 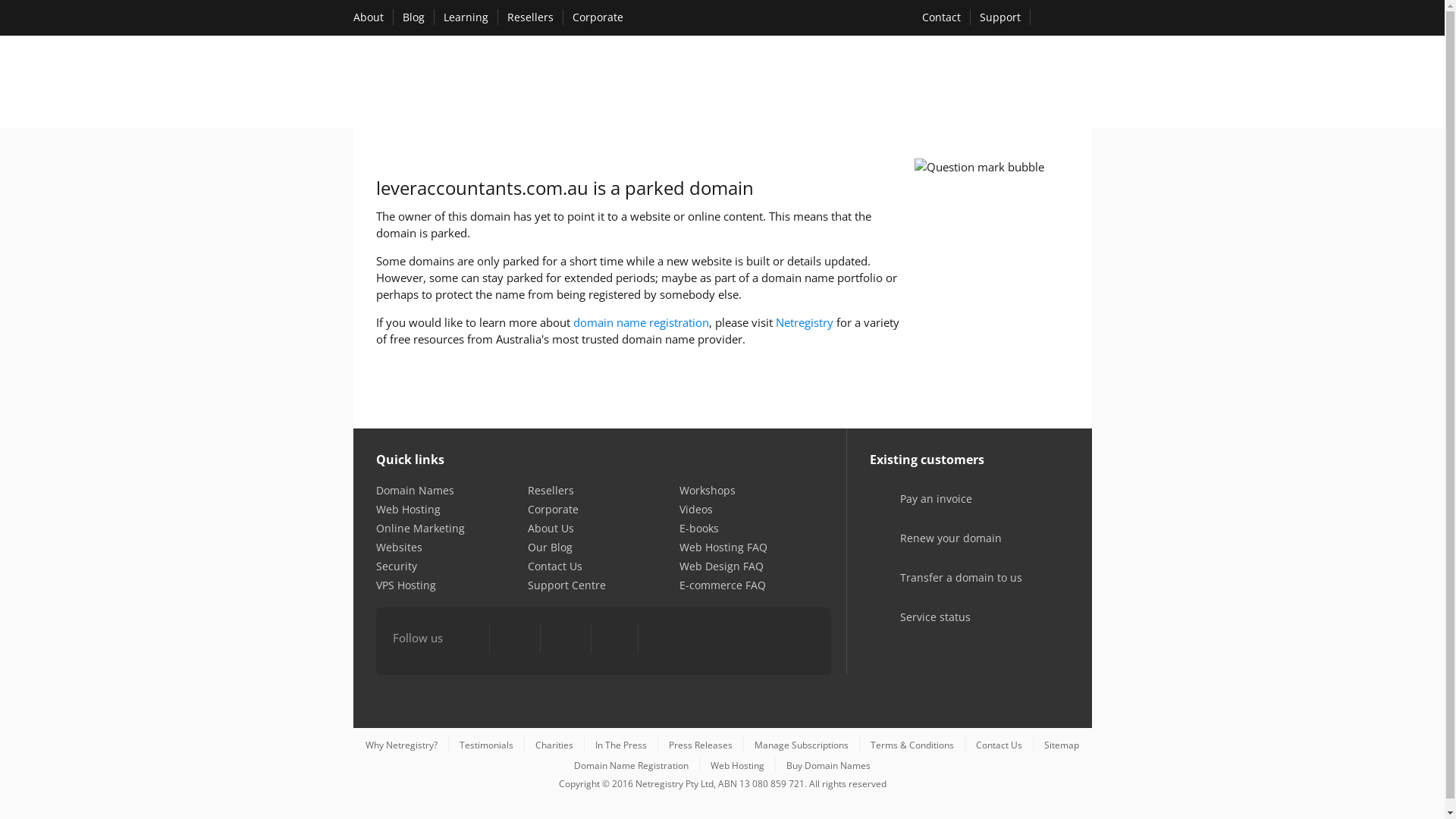 I want to click on 'Corporate', so click(x=552, y=509).